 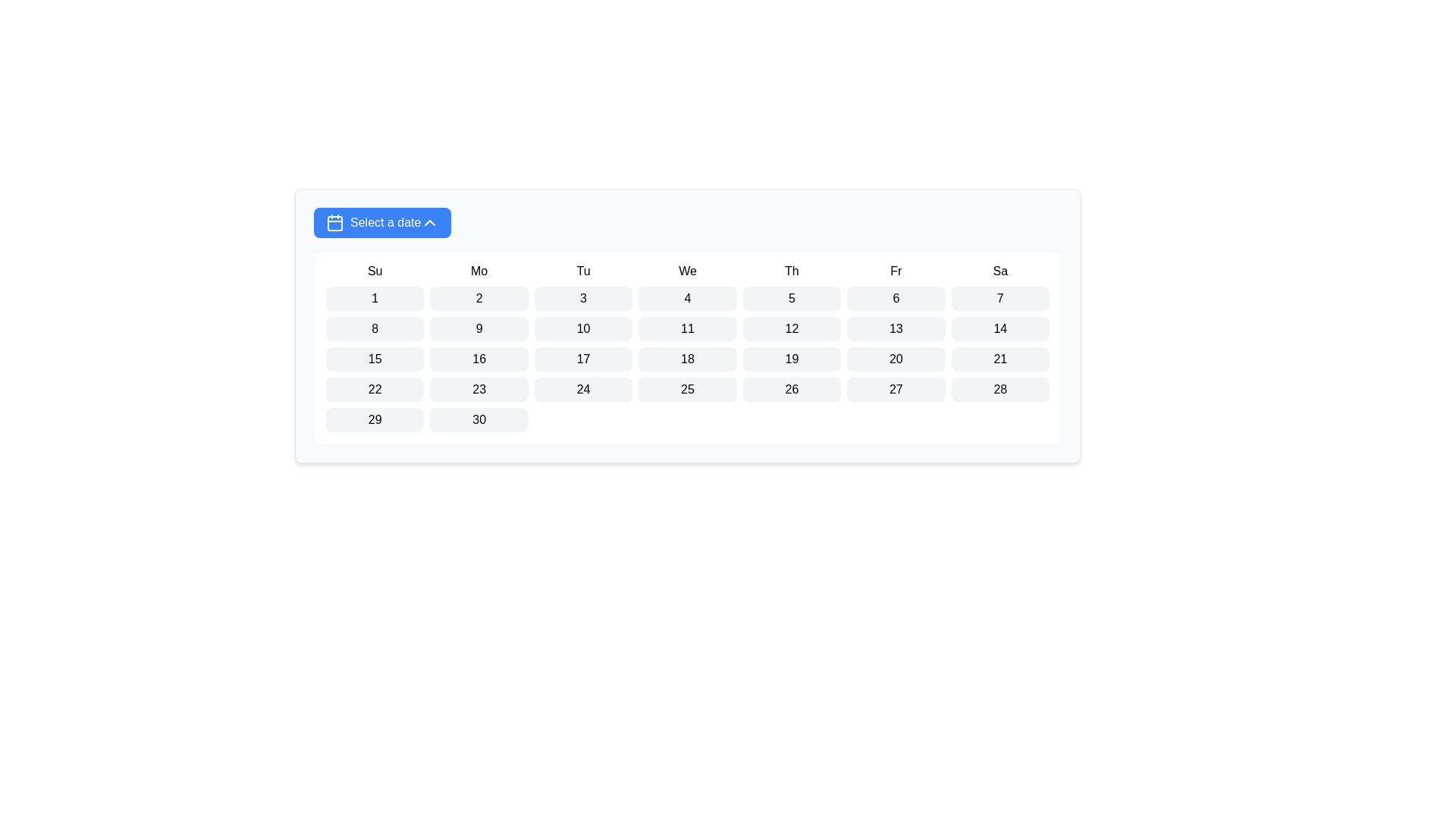 I want to click on the button representing the date '30' in the calendar interface, so click(x=479, y=420).